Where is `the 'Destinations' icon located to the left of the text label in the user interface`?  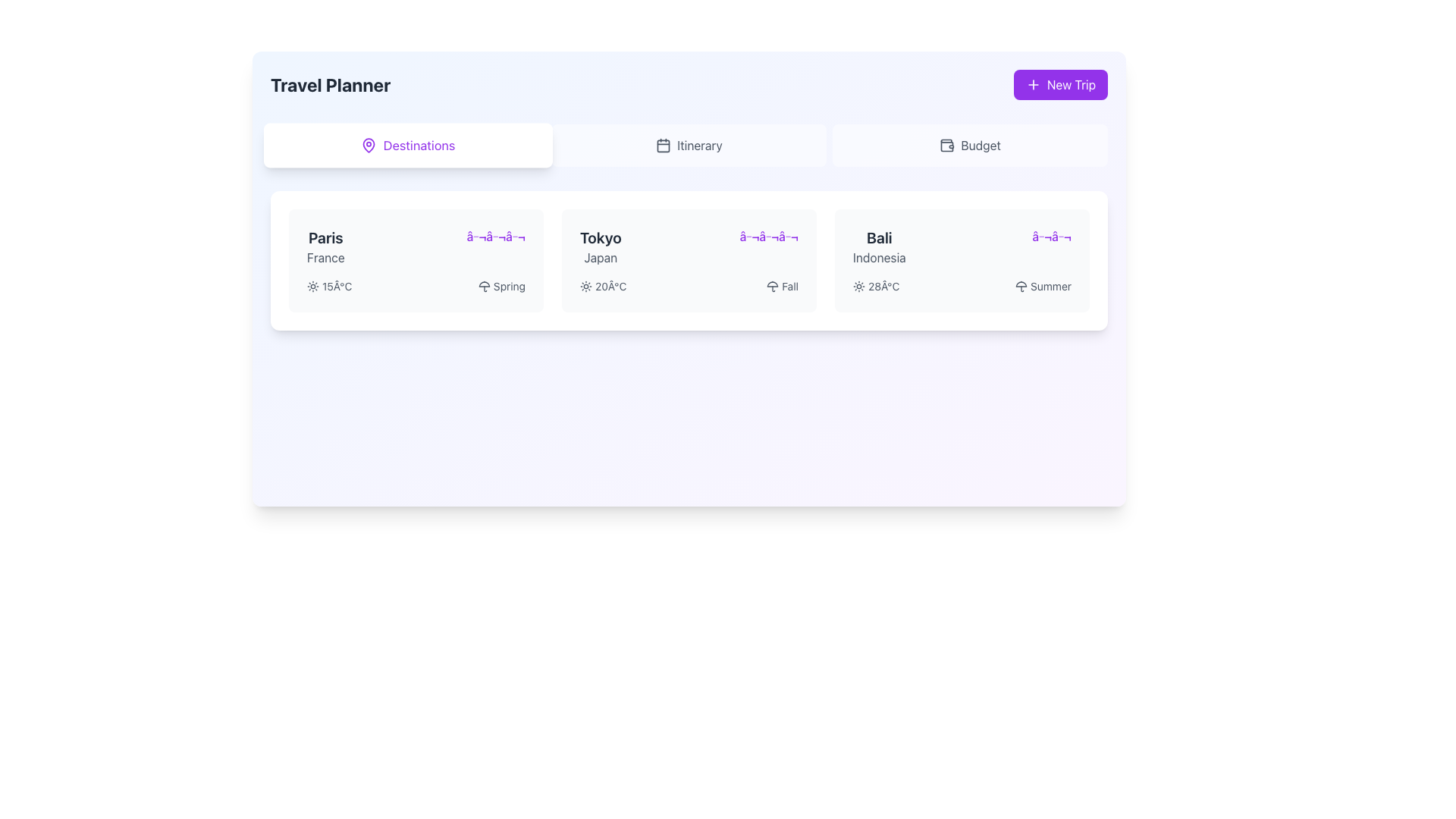
the 'Destinations' icon located to the left of the text label in the user interface is located at coordinates (369, 146).